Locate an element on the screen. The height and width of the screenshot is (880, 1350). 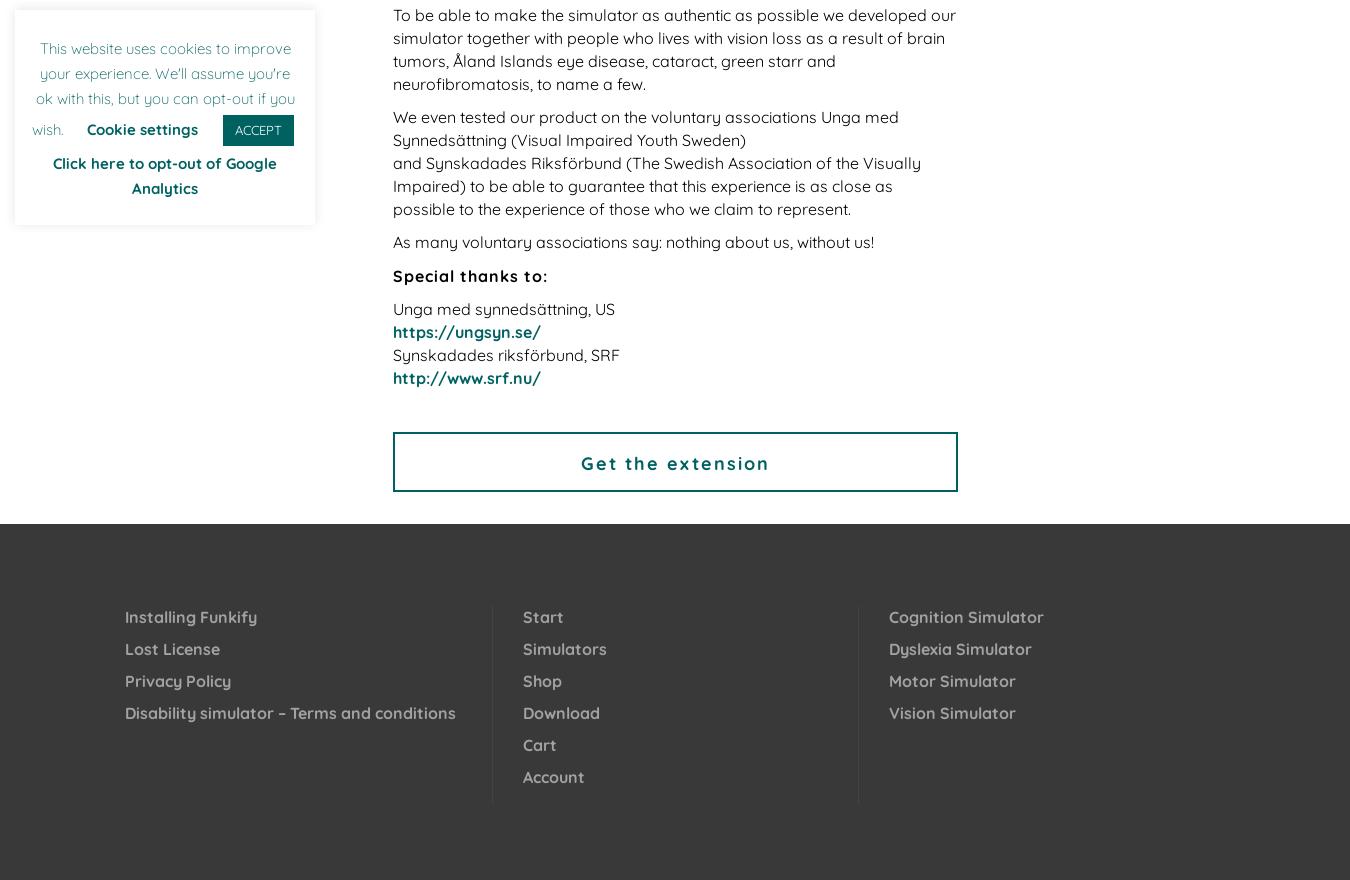
'Disability simulator – Terms and conditions' is located at coordinates (289, 712).